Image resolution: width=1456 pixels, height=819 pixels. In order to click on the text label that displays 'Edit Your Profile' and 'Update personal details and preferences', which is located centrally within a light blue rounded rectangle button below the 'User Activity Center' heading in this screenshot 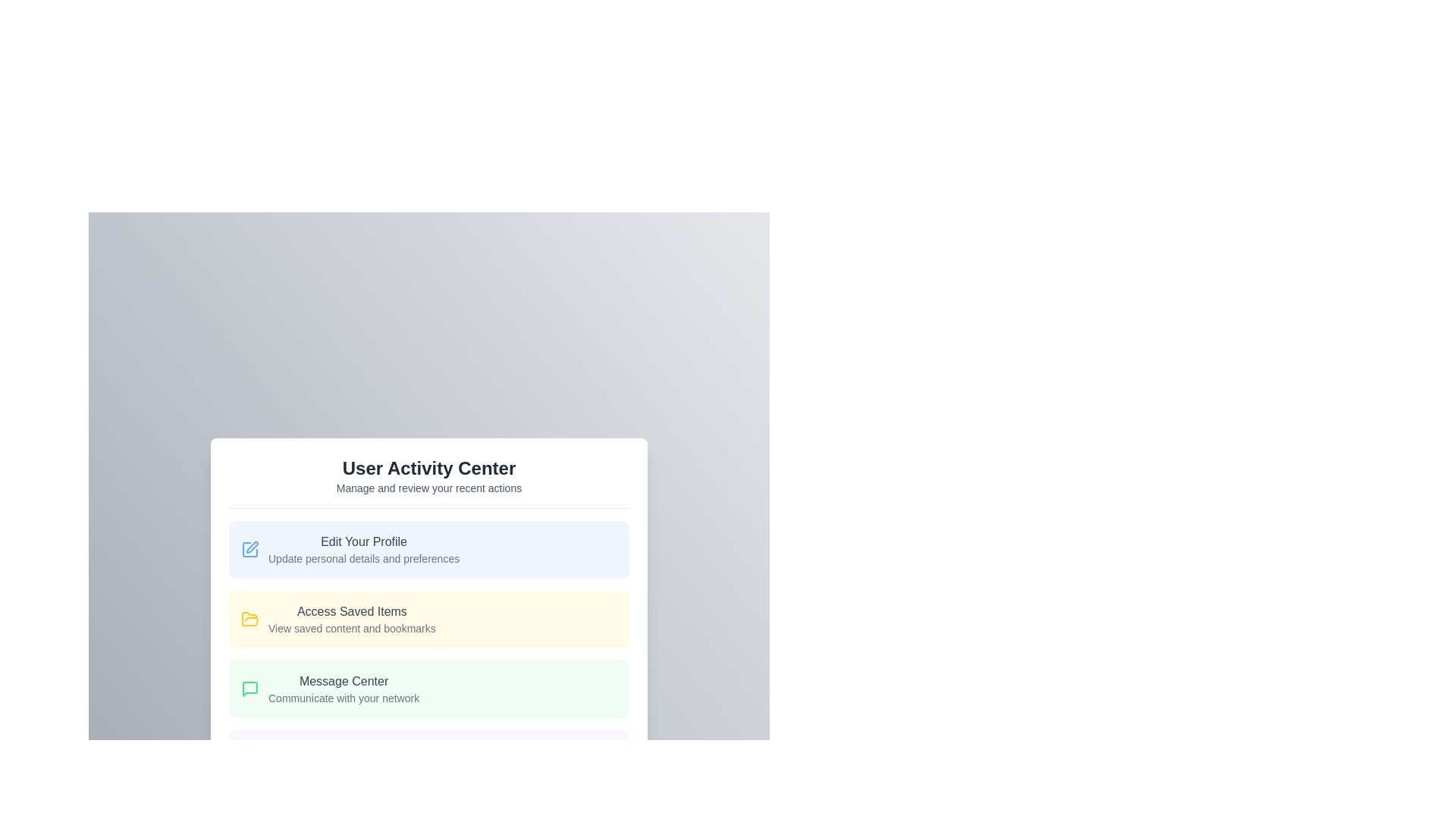, I will do `click(364, 549)`.